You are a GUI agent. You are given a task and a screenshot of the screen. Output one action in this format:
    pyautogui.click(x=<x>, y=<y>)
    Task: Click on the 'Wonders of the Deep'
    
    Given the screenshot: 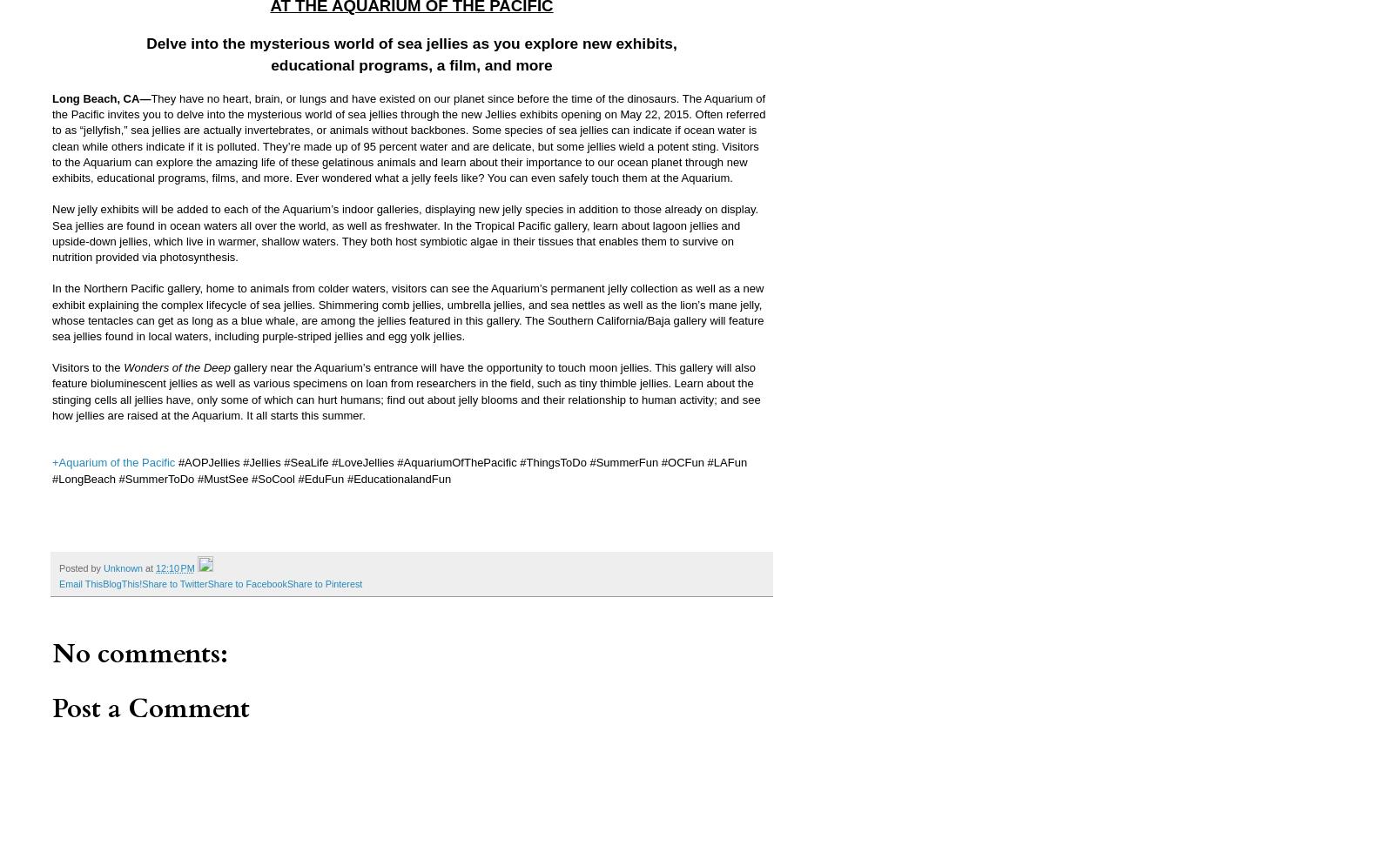 What is the action you would take?
    pyautogui.click(x=177, y=366)
    